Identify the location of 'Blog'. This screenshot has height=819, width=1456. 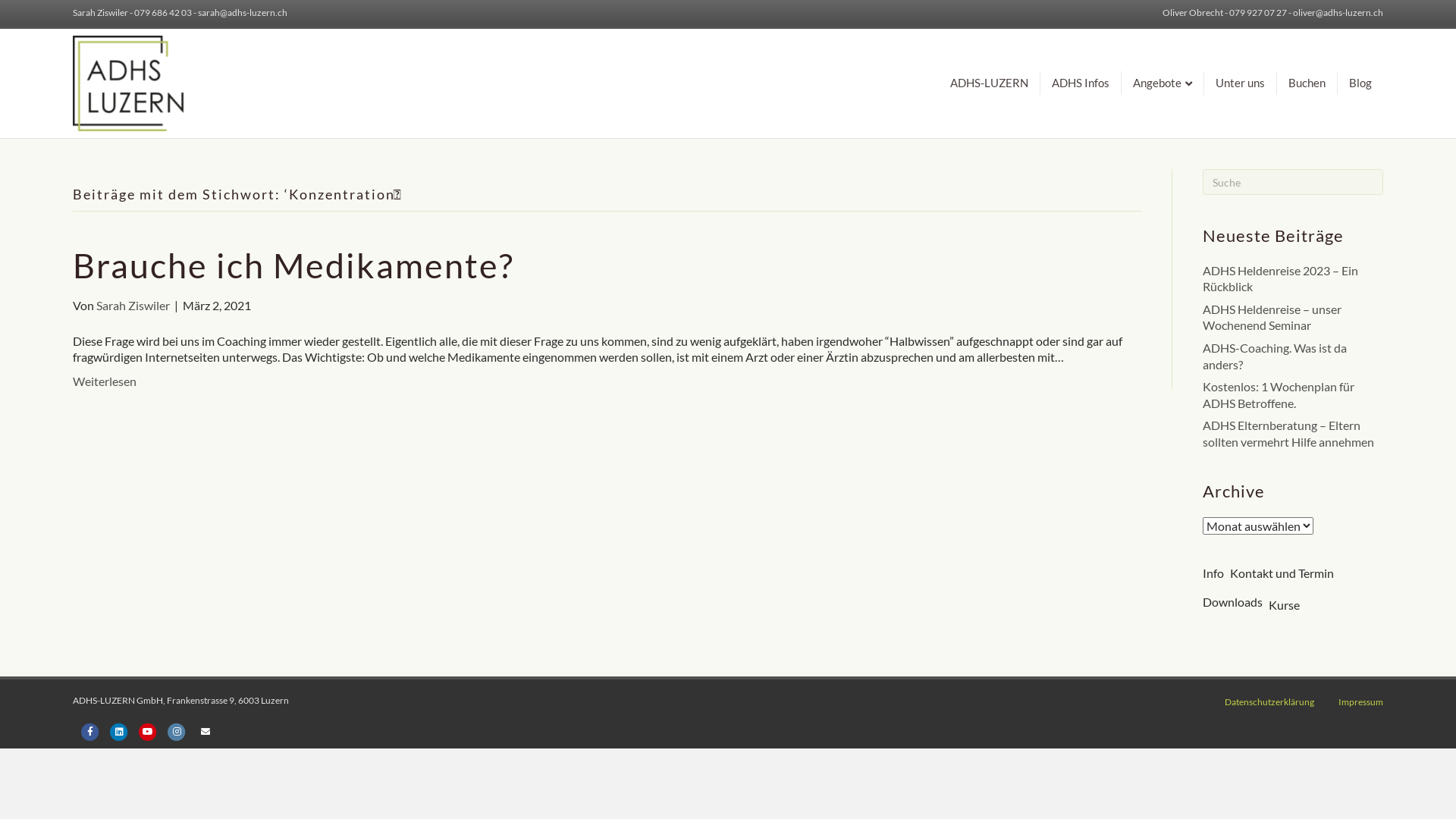
(1360, 83).